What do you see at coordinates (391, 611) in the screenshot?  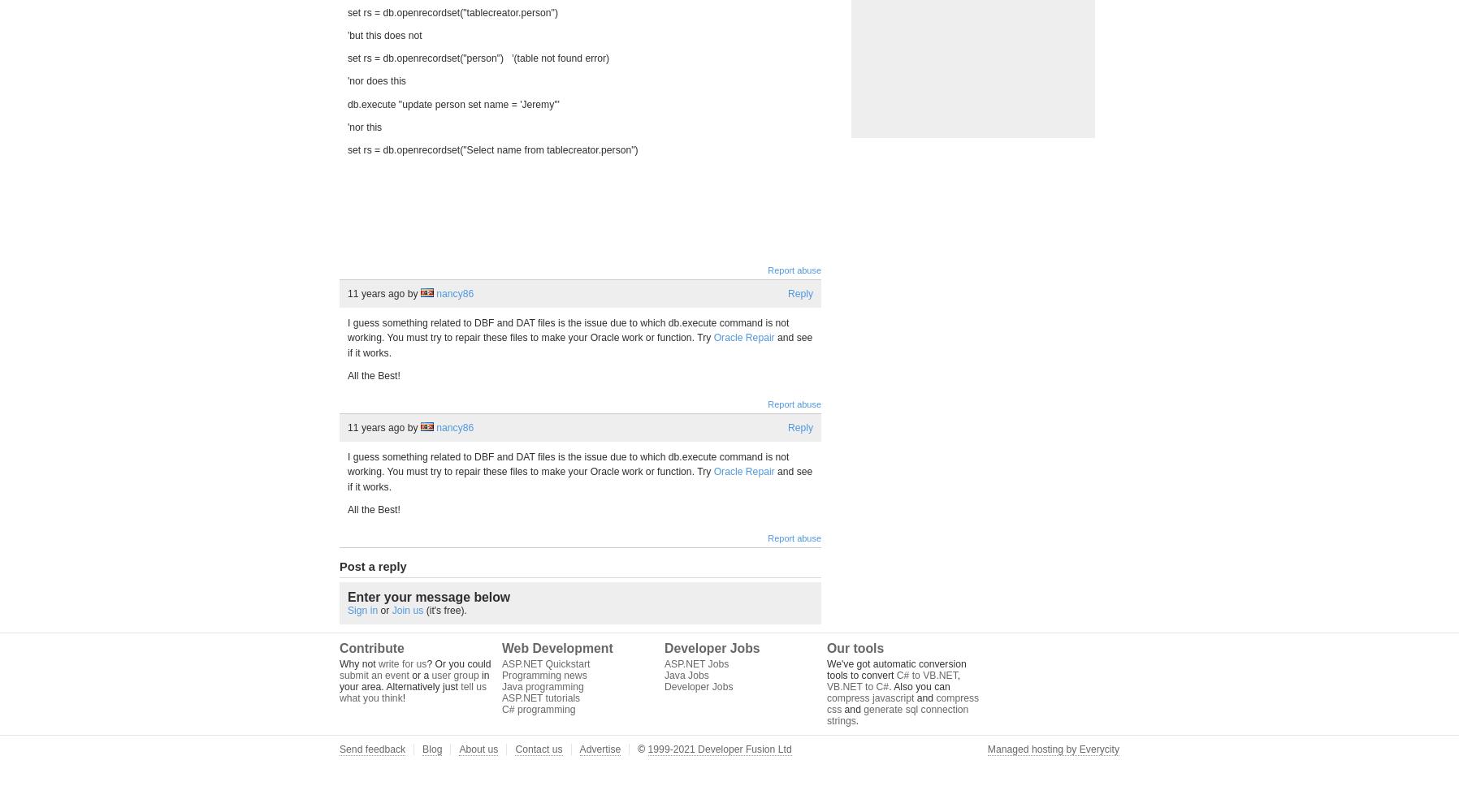 I see `'Join us'` at bounding box center [391, 611].